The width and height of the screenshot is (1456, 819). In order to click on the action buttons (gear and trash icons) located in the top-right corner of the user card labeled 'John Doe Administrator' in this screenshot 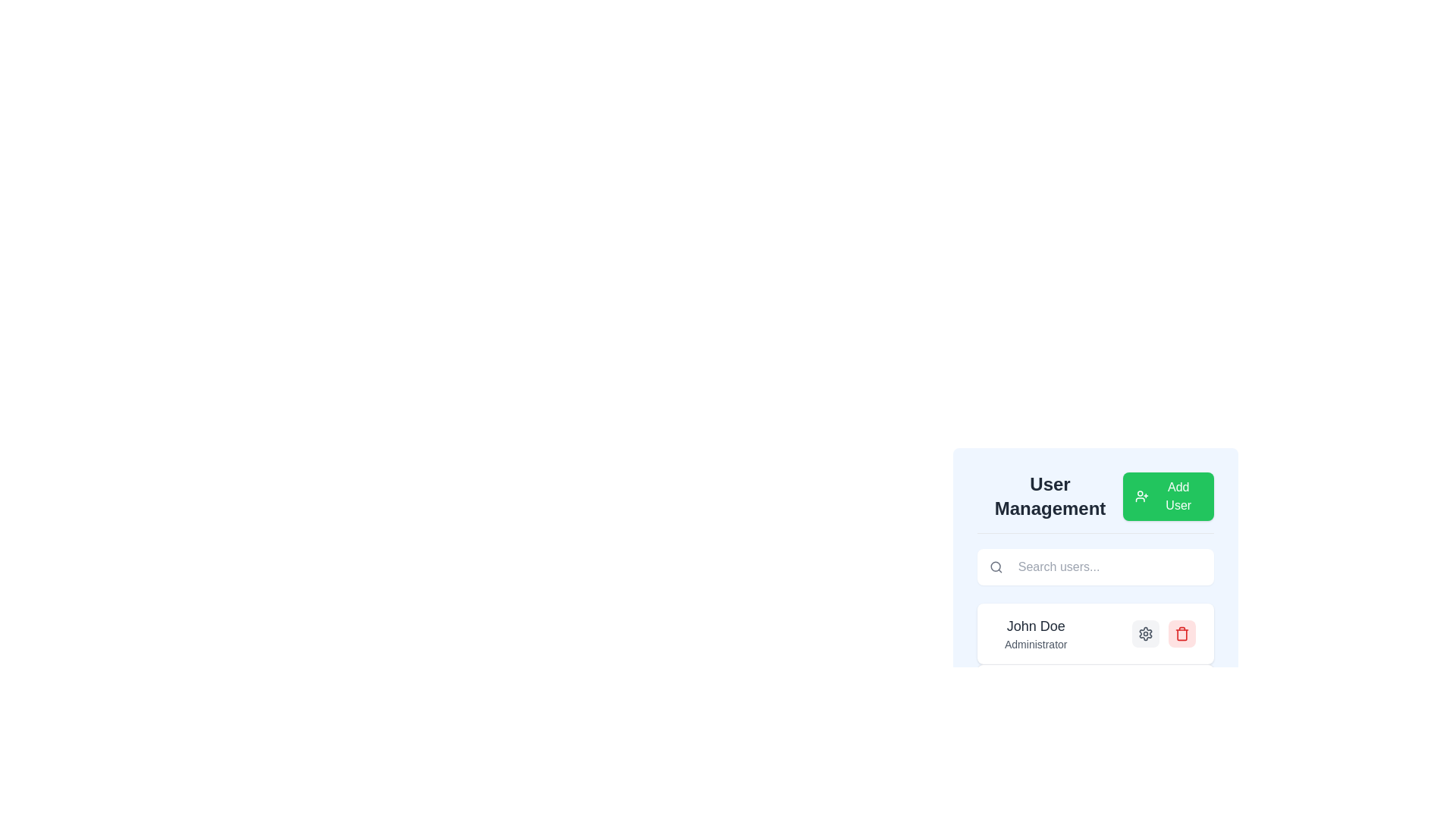, I will do `click(1163, 634)`.